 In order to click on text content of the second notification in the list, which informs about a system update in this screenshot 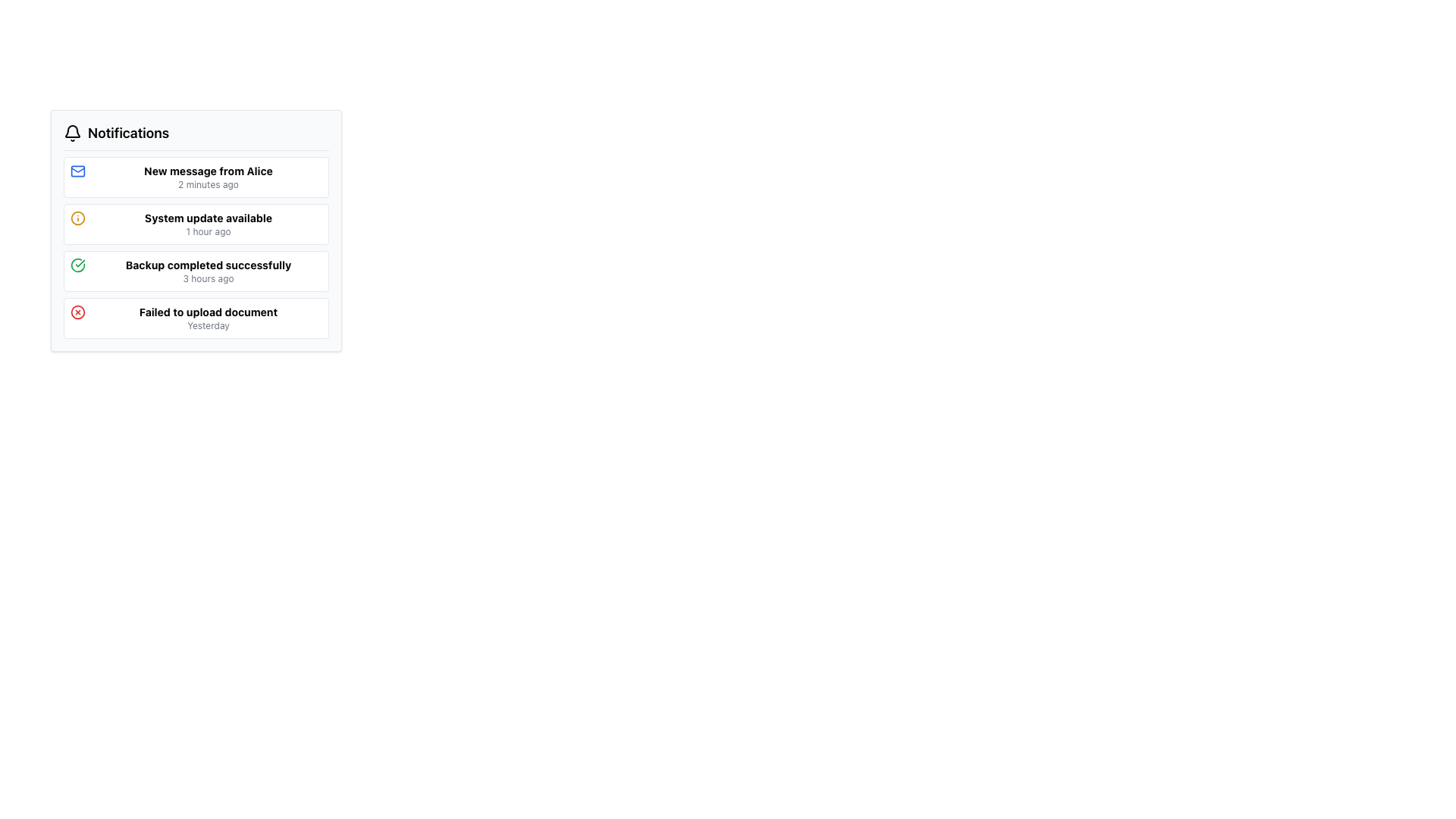, I will do `click(207, 224)`.